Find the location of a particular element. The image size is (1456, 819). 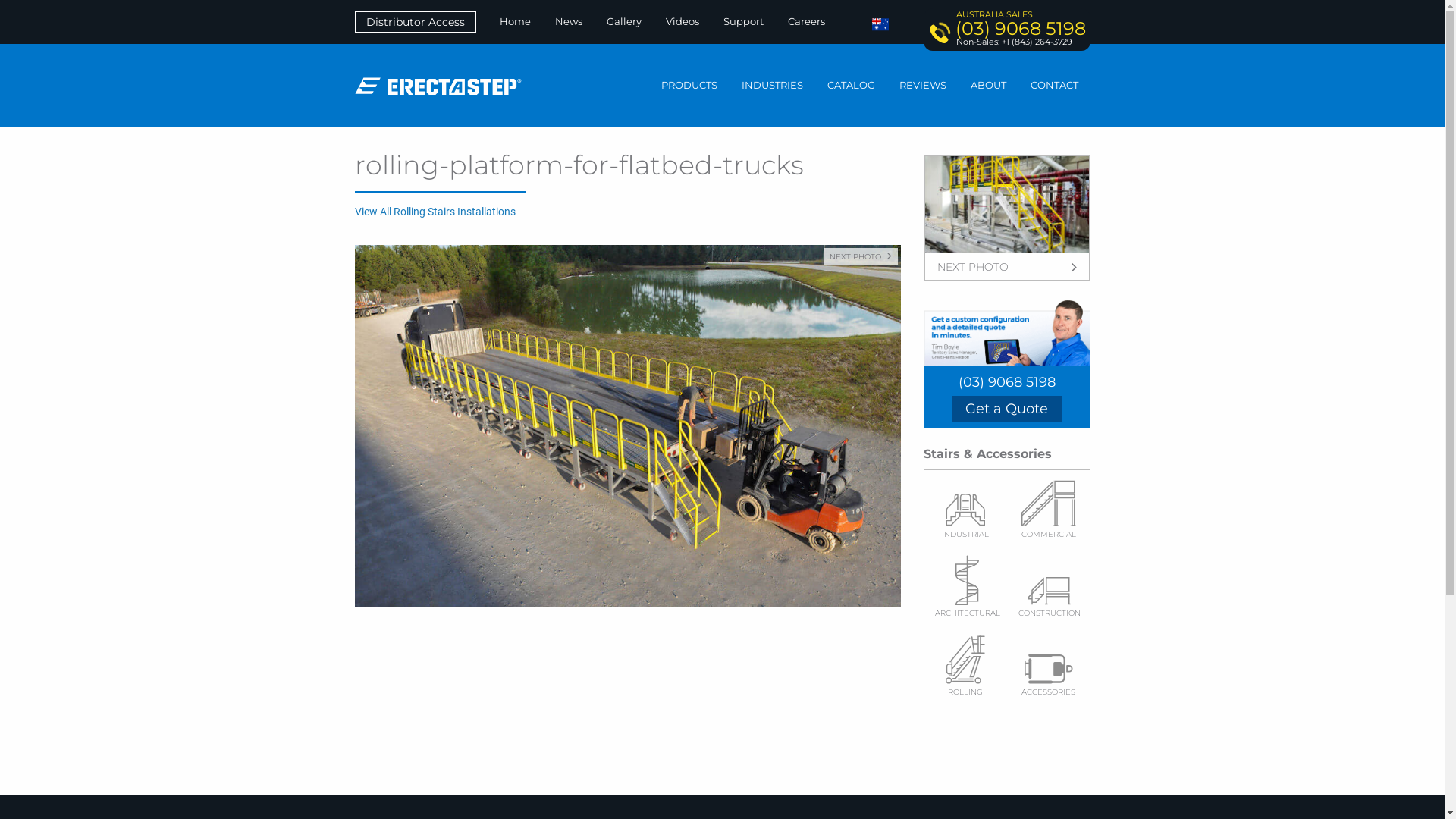

'PRODUCTS' is located at coordinates (688, 85).